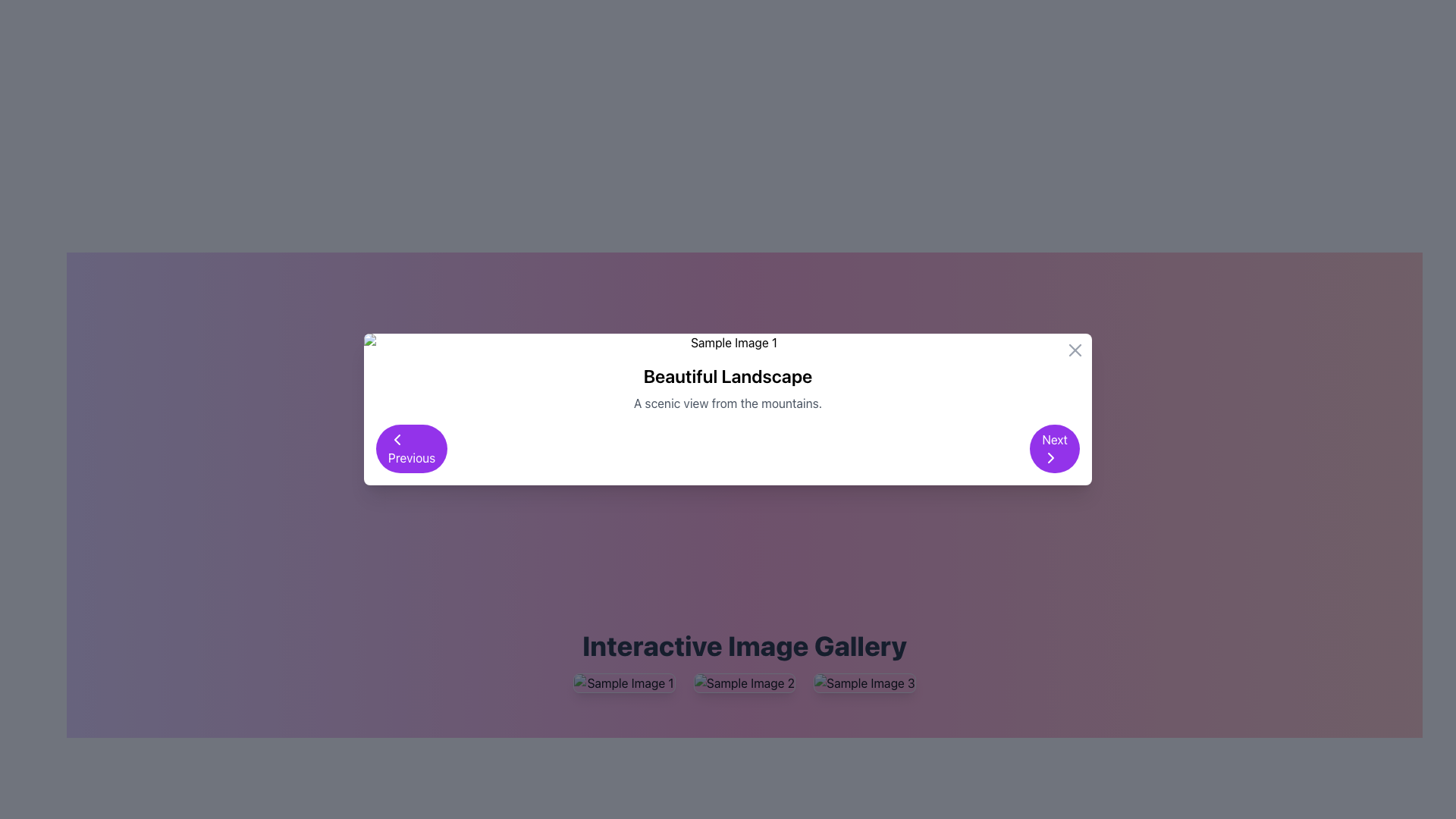 This screenshot has height=819, width=1456. What do you see at coordinates (397, 439) in the screenshot?
I see `the 'Previous' circular button by clicking its center, which contains the navigational icon for moving to a previous item` at bounding box center [397, 439].